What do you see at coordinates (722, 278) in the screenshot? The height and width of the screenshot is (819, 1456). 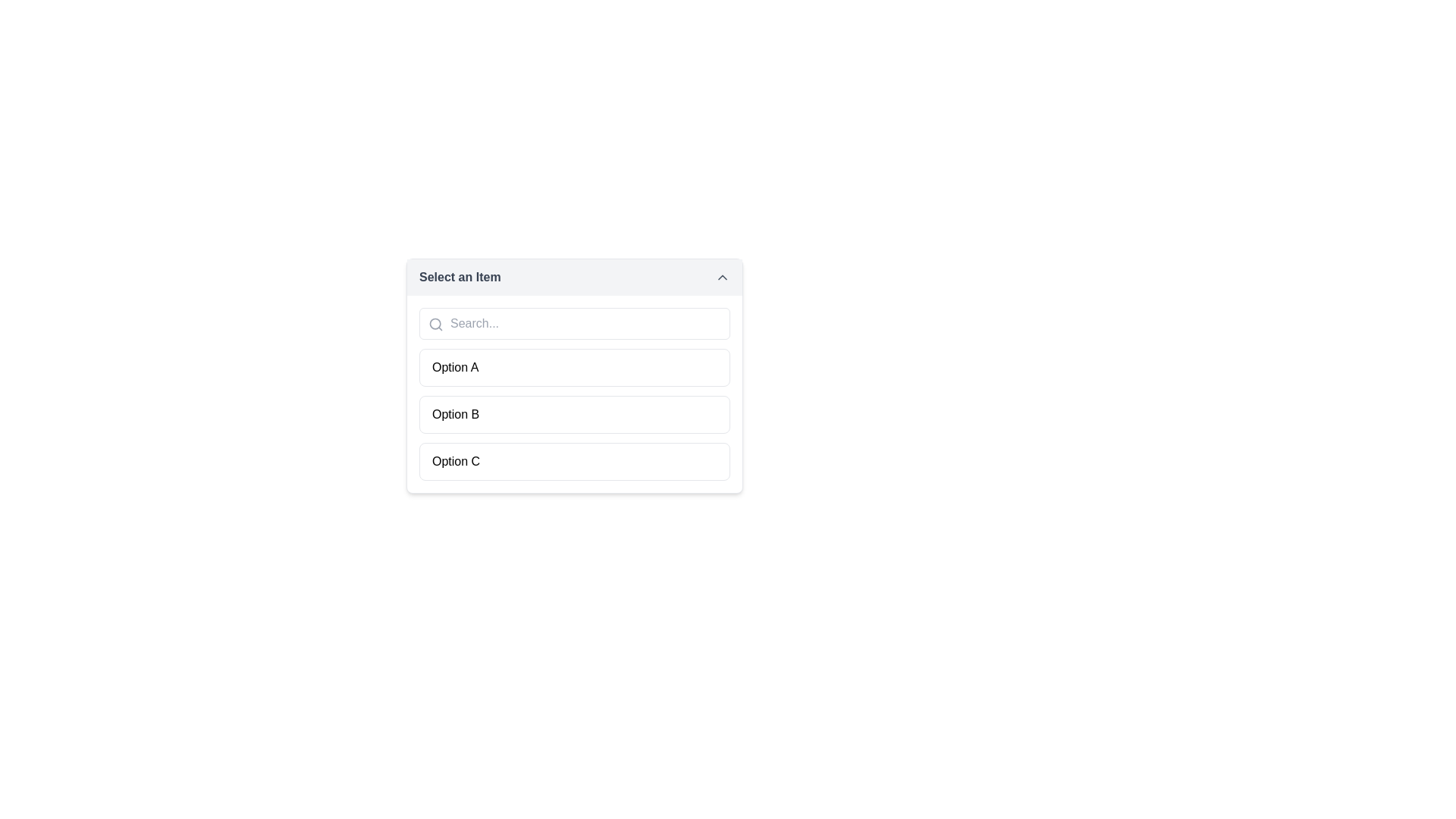 I see `the toggle icon located at the far right of the 'Select an Item' bar` at bounding box center [722, 278].